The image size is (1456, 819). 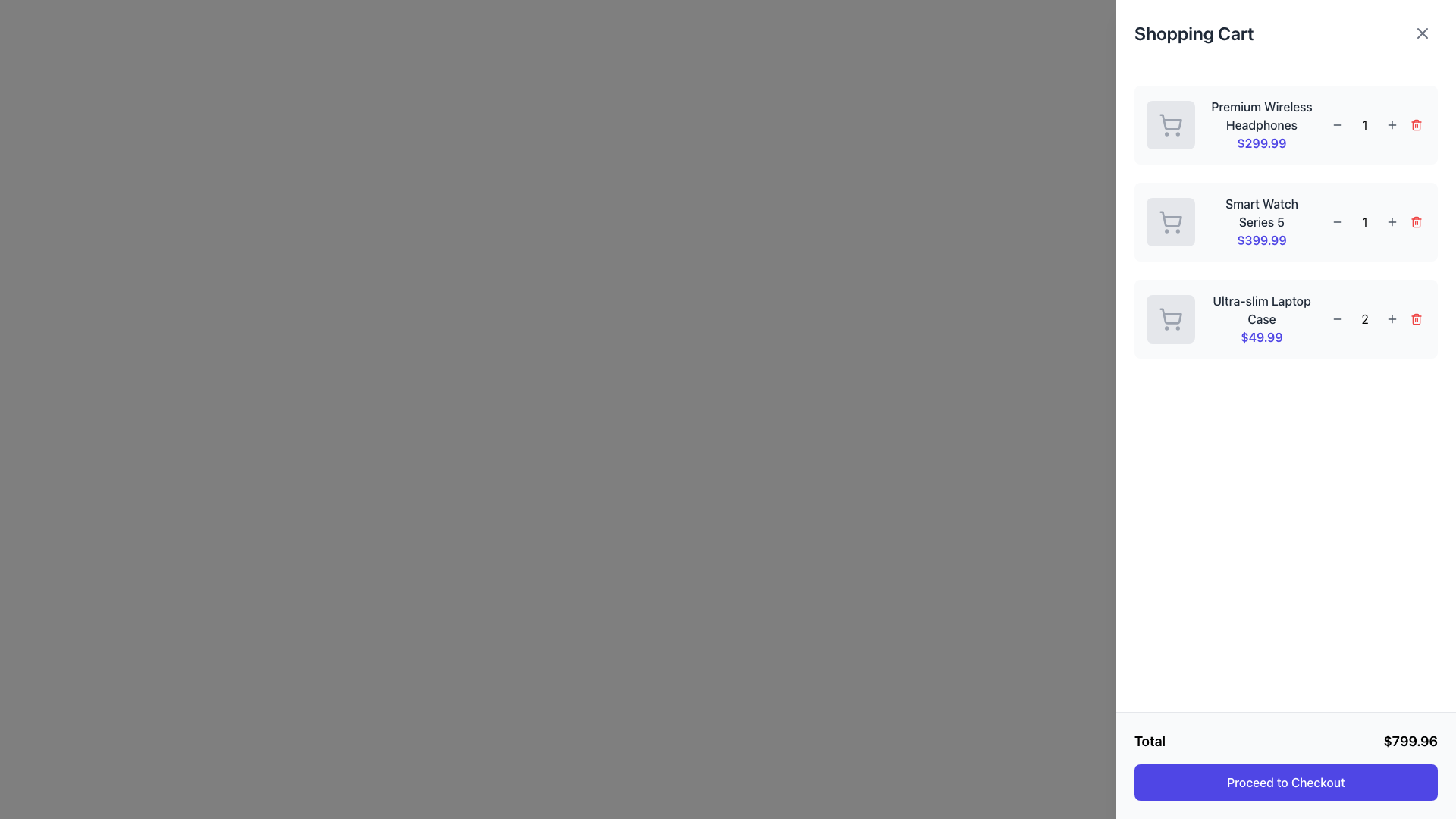 What do you see at coordinates (1170, 318) in the screenshot?
I see `the shopping cart icon associated with the 'Ultra-slim Laptop Case' product, located in the third item of the shopping cart list` at bounding box center [1170, 318].